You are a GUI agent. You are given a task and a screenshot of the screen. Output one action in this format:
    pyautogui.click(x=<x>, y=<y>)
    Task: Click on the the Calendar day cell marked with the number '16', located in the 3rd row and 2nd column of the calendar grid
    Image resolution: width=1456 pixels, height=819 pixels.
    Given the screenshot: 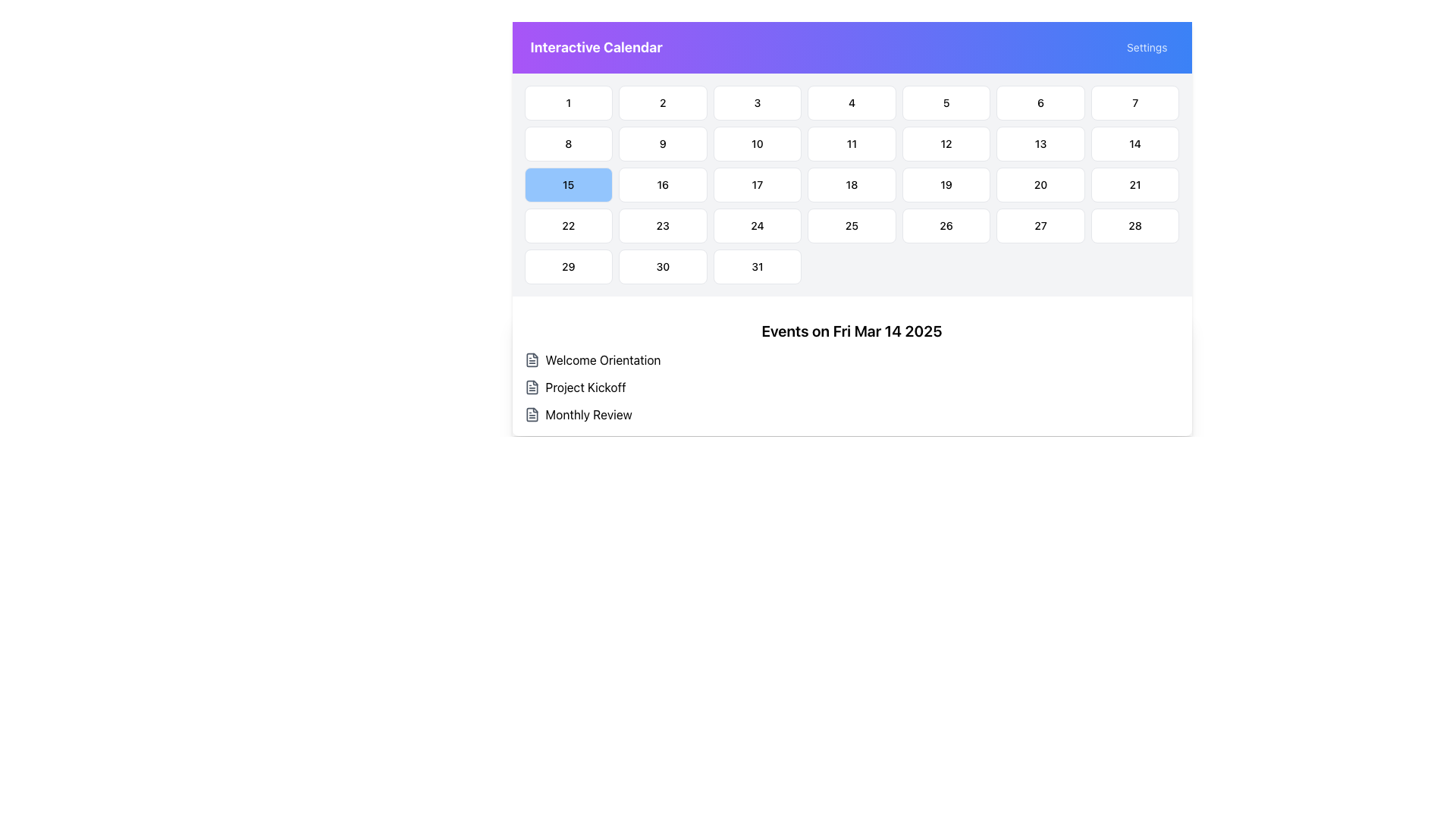 What is the action you would take?
    pyautogui.click(x=663, y=184)
    